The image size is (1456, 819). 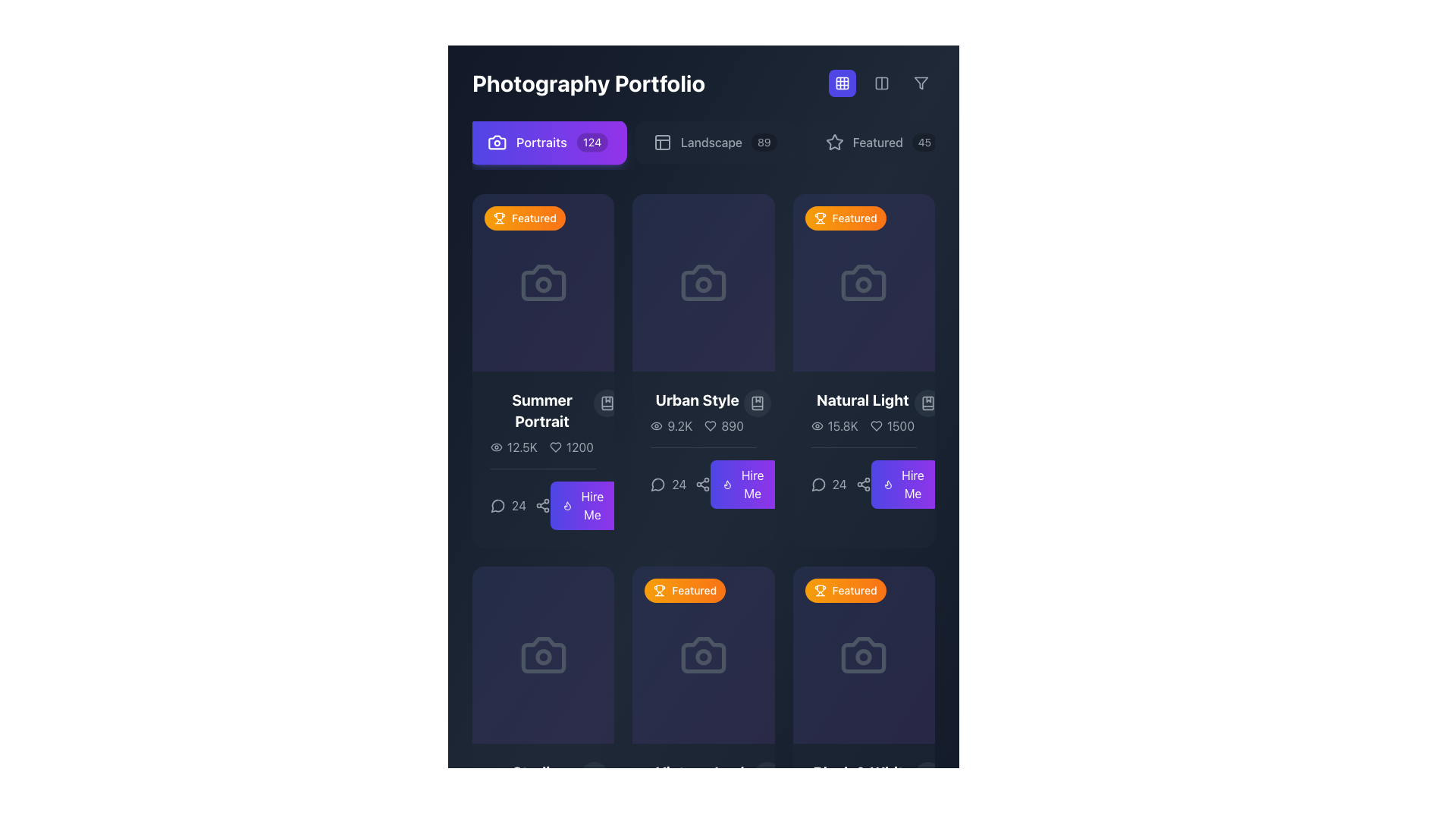 What do you see at coordinates (833, 143) in the screenshot?
I see `the star icon that visually represents the 'Featured' label, which is located to the left of the text 'Featured' and aligned with the number '45' in the top menu bar` at bounding box center [833, 143].